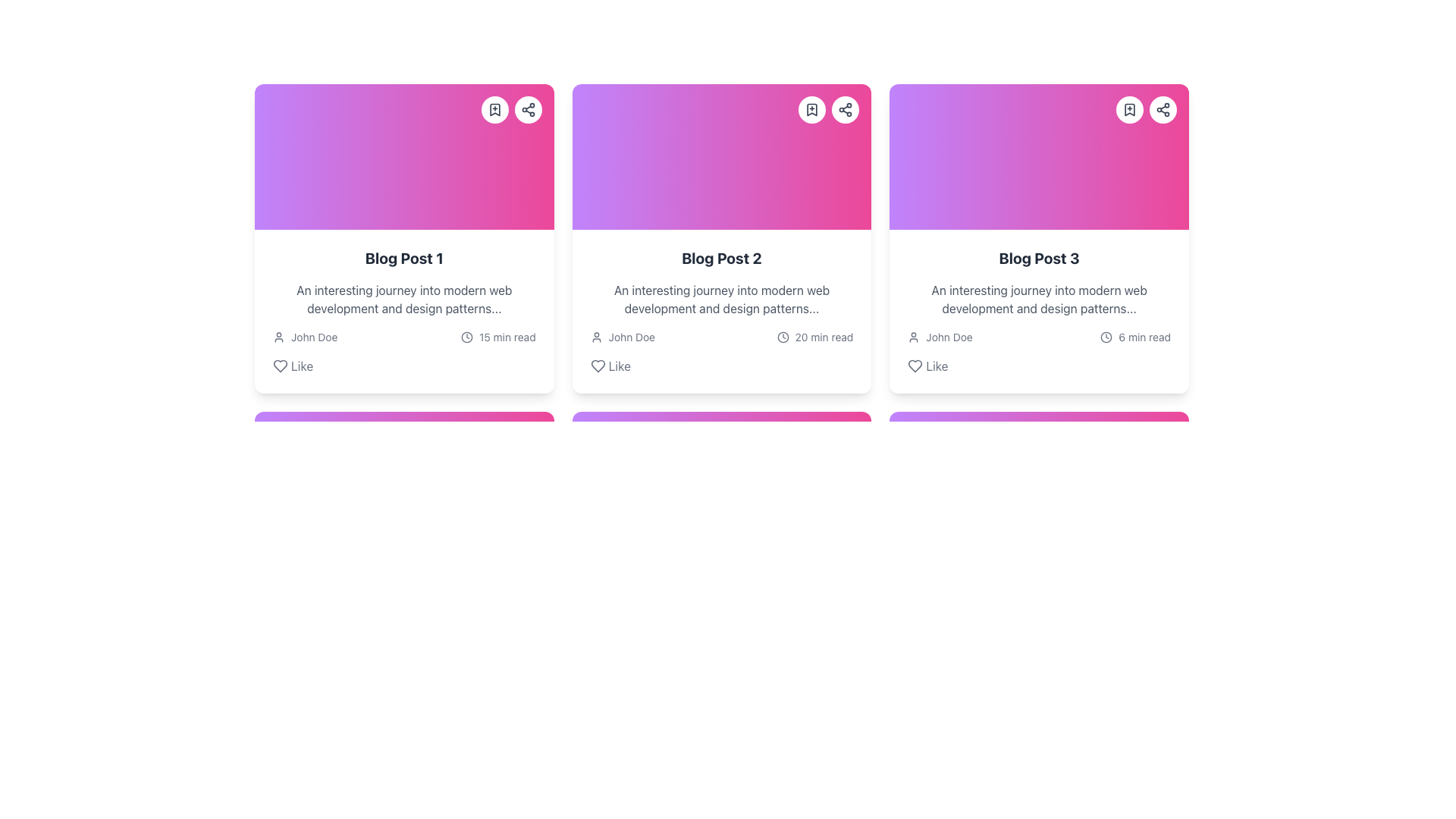  I want to click on the 'Like' button, which consists of a heart icon and the text 'Like', located at the bottom of the 'Blog Post 1' card under the article summary and author information, so click(293, 366).